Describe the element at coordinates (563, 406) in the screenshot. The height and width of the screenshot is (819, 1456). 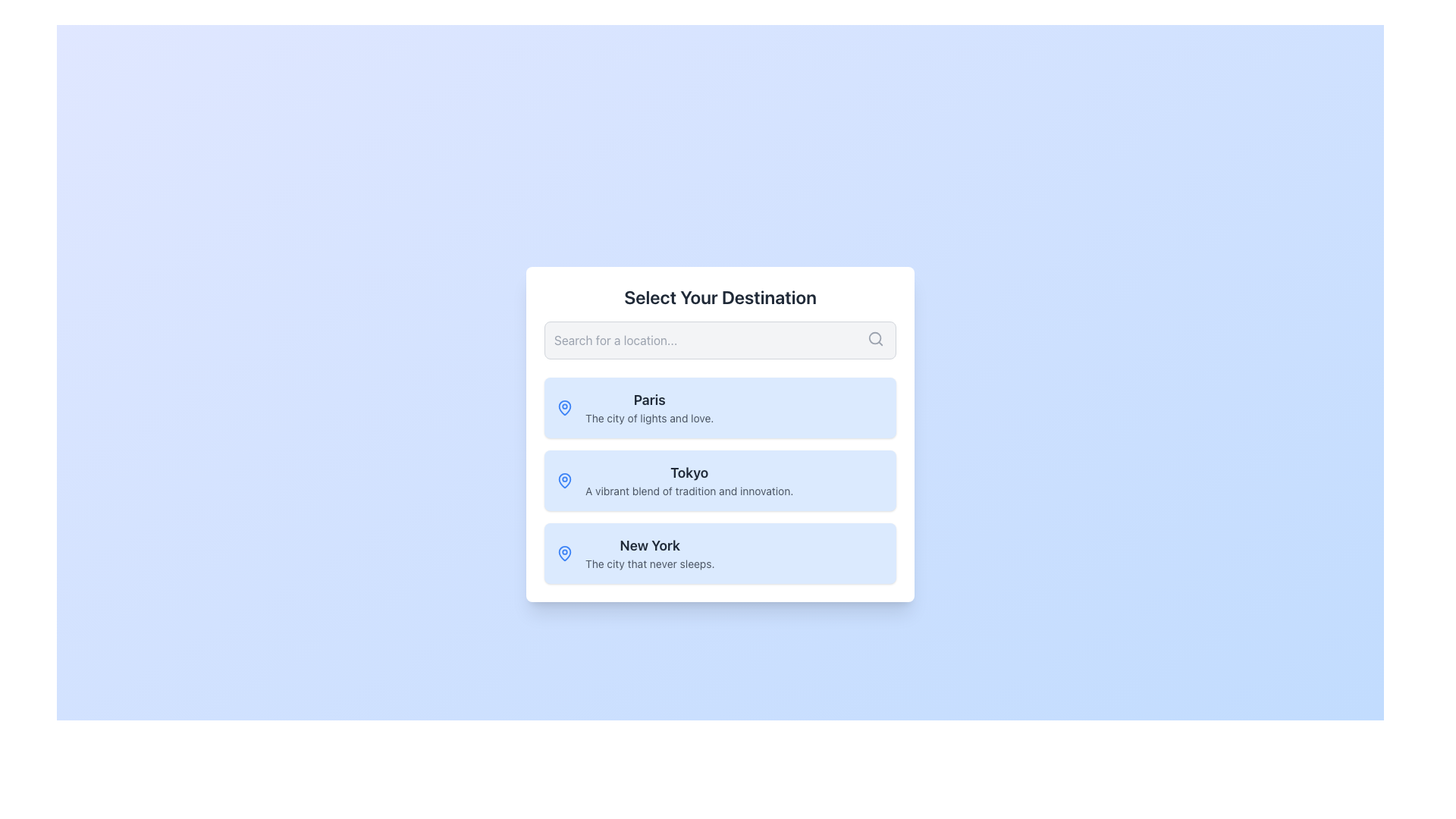
I see `the geographic marker icon representing 'Paris'` at that location.